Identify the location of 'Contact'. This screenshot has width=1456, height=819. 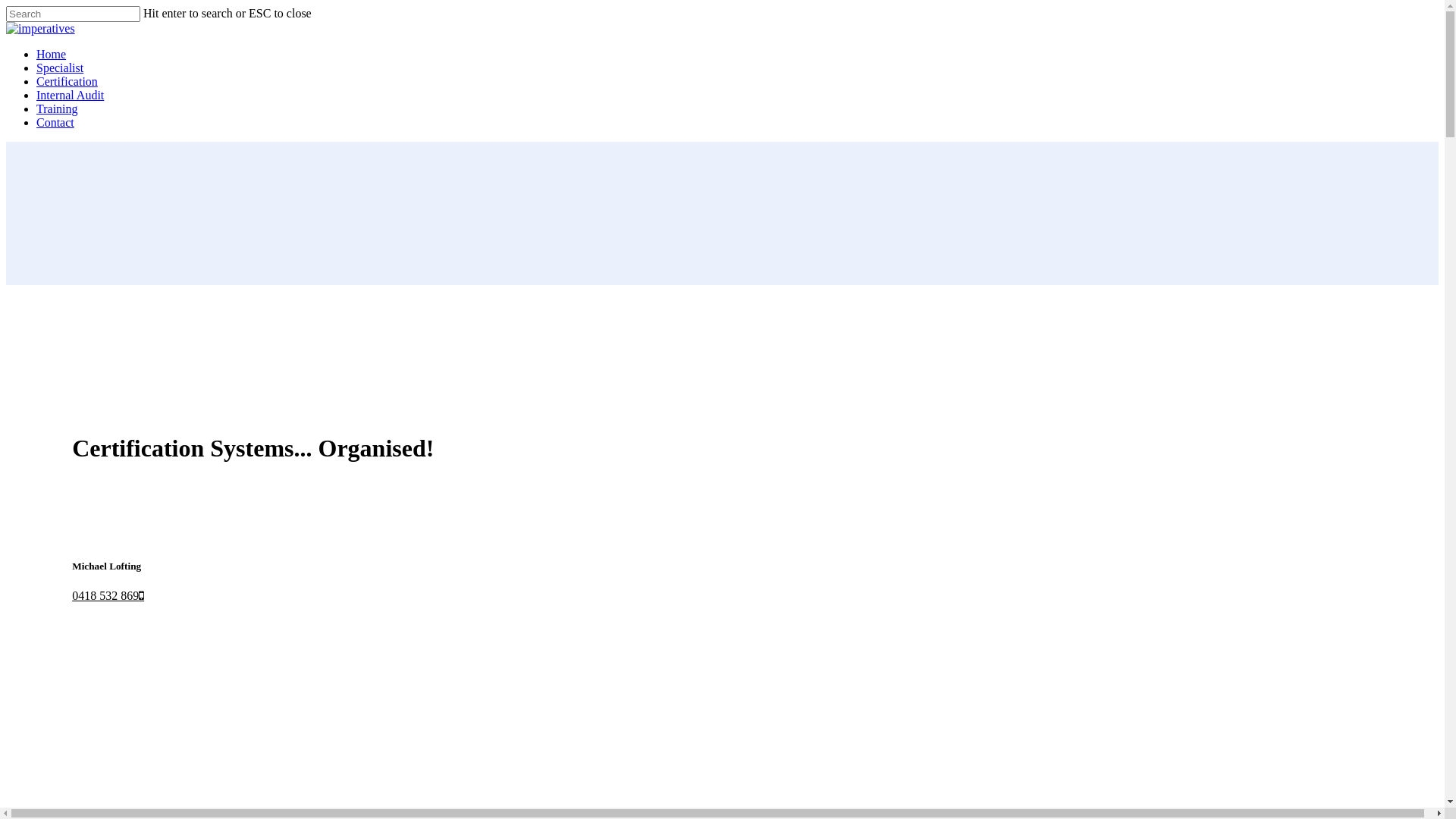
(55, 121).